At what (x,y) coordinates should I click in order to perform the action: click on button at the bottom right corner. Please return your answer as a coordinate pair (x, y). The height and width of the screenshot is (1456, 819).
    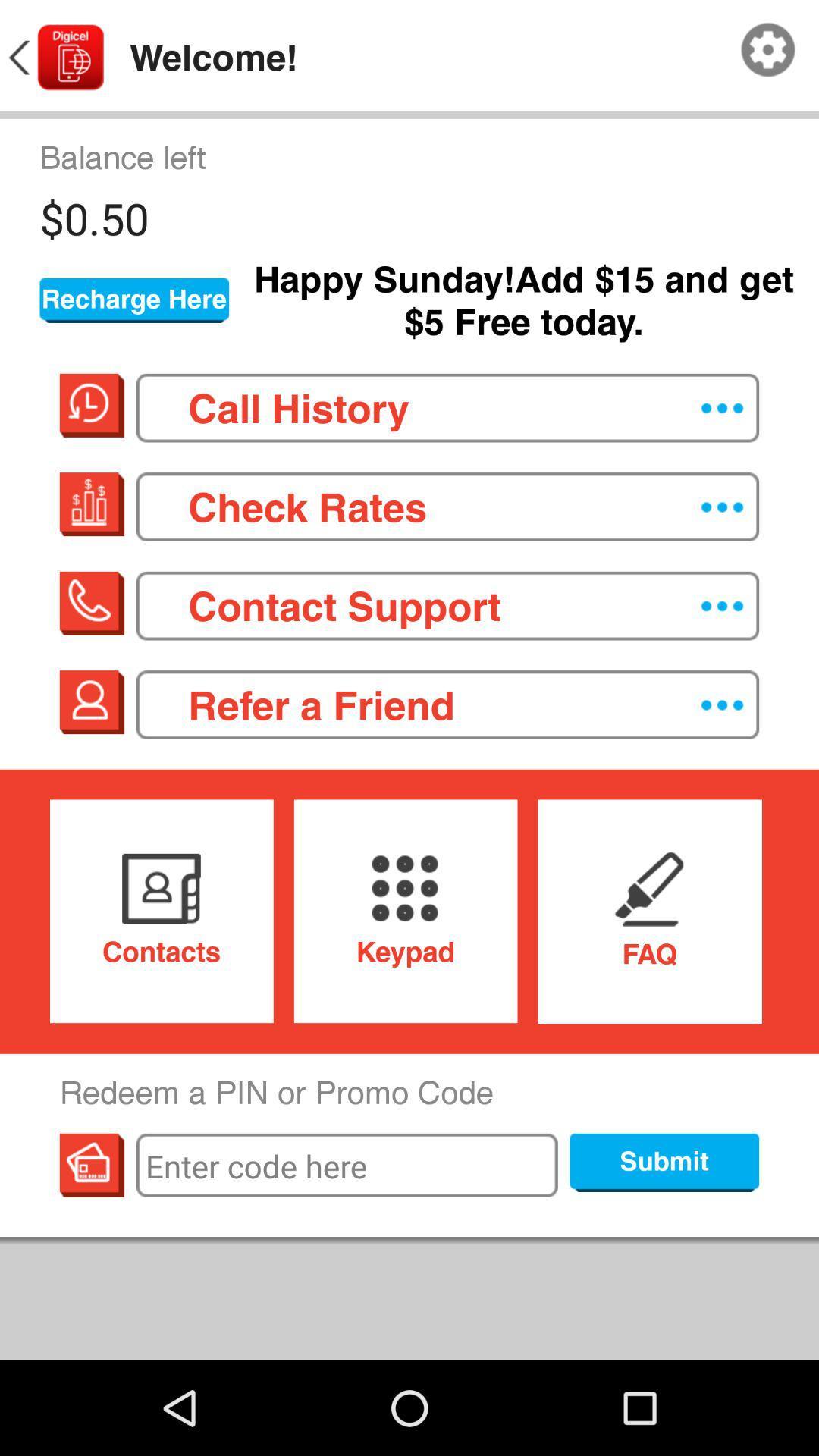
    Looking at the image, I should click on (664, 1162).